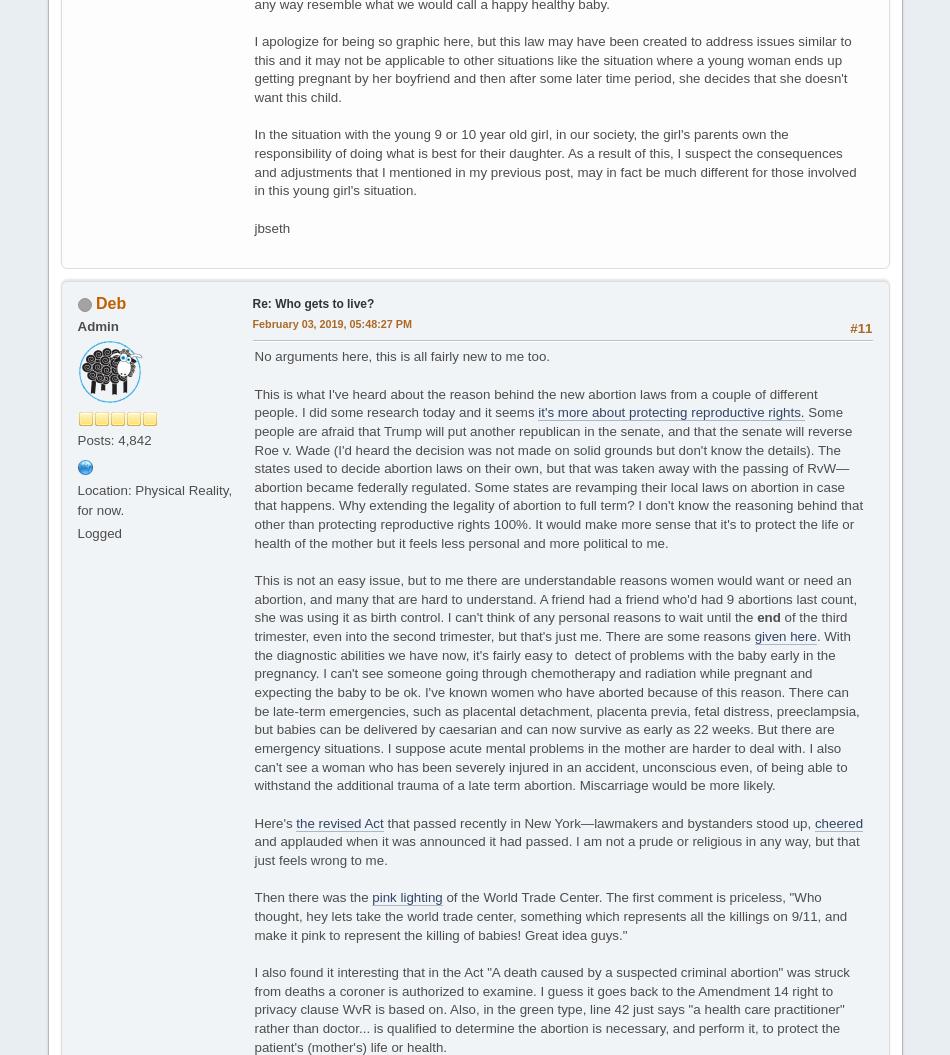 This screenshot has width=950, height=1055. I want to click on 'Then there was the', so click(312, 896).